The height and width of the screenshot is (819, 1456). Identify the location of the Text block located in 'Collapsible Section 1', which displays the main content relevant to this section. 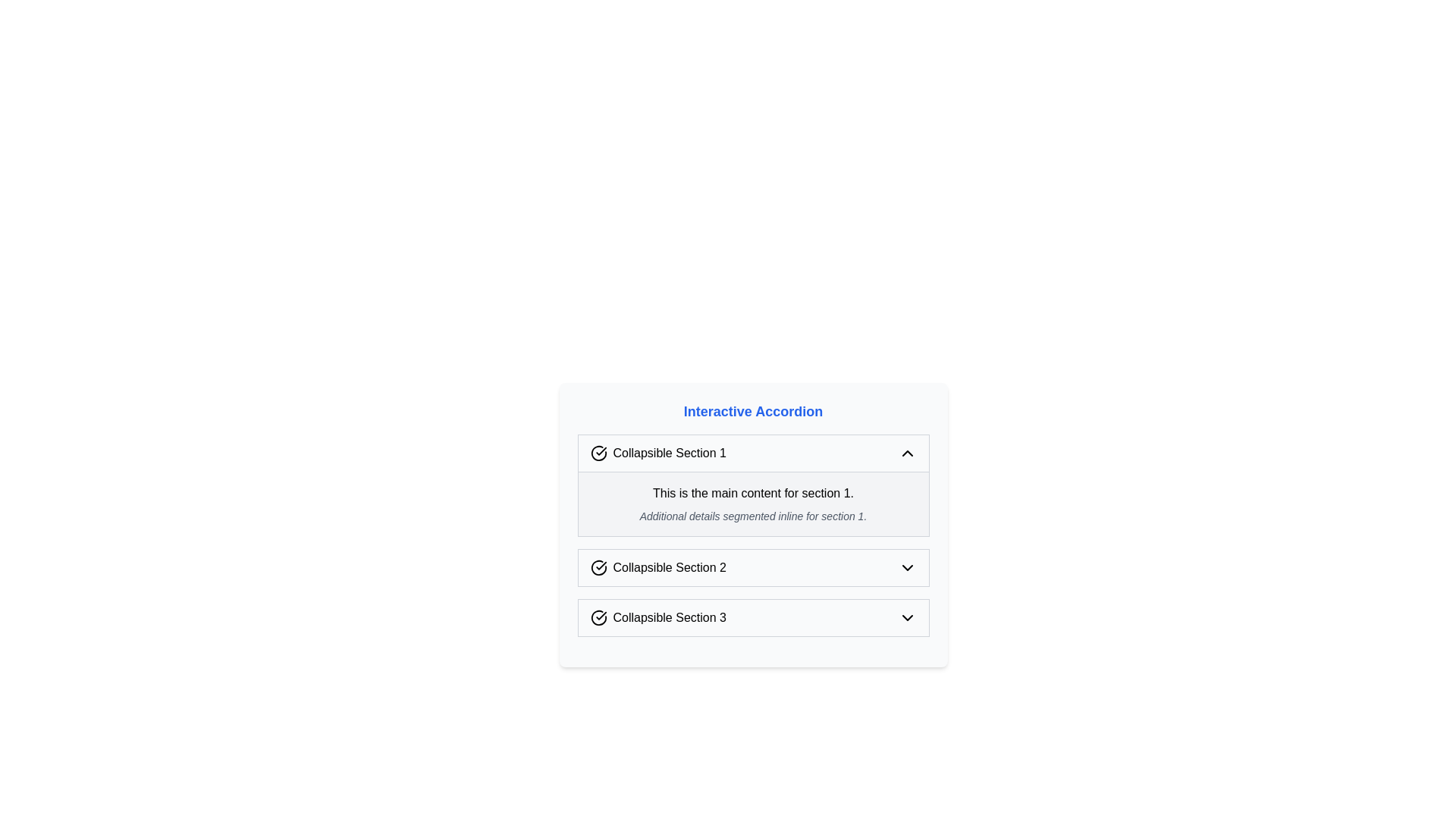
(753, 504).